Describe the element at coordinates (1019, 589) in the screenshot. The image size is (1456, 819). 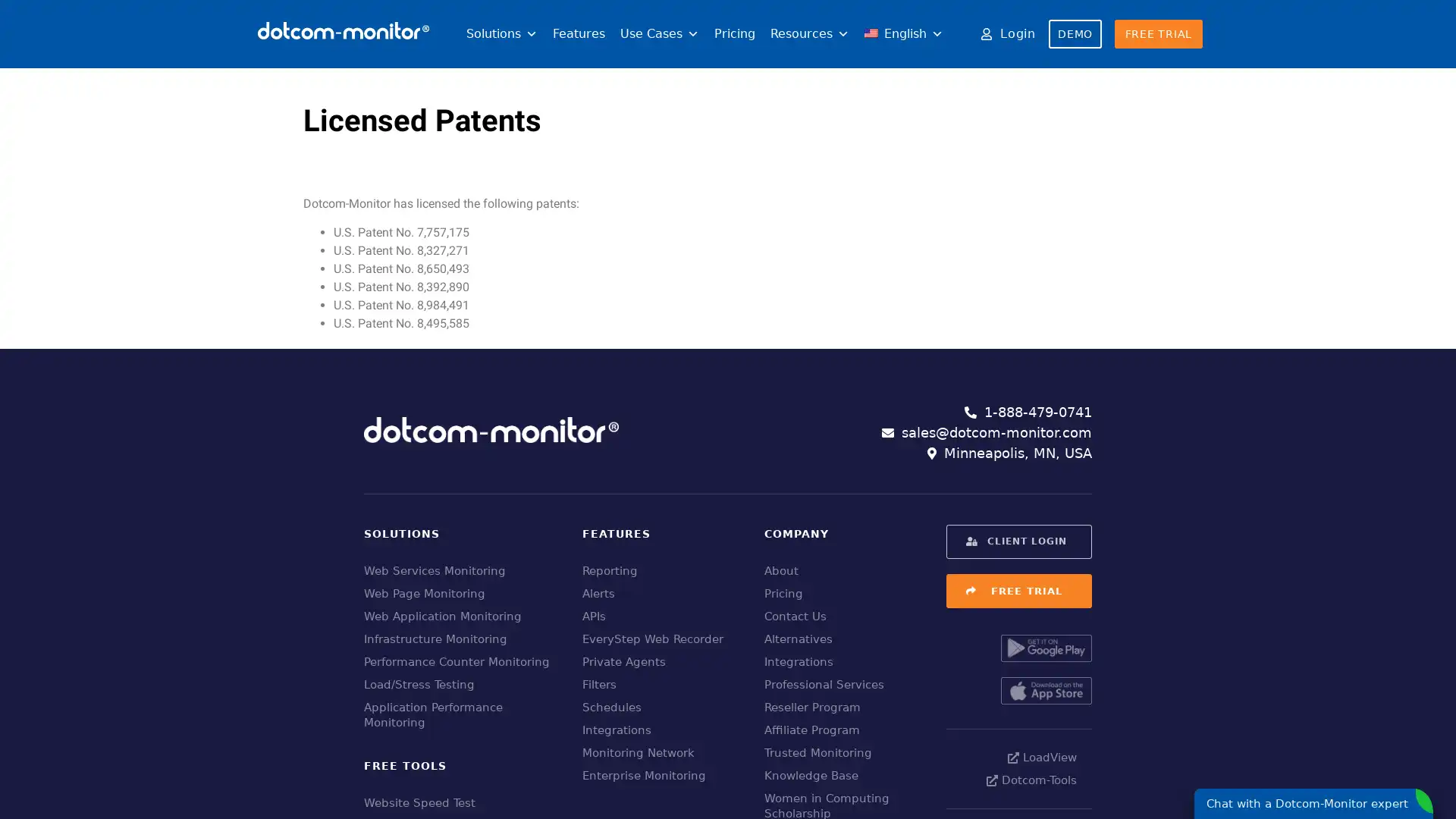
I see `FREE TRIAL` at that location.